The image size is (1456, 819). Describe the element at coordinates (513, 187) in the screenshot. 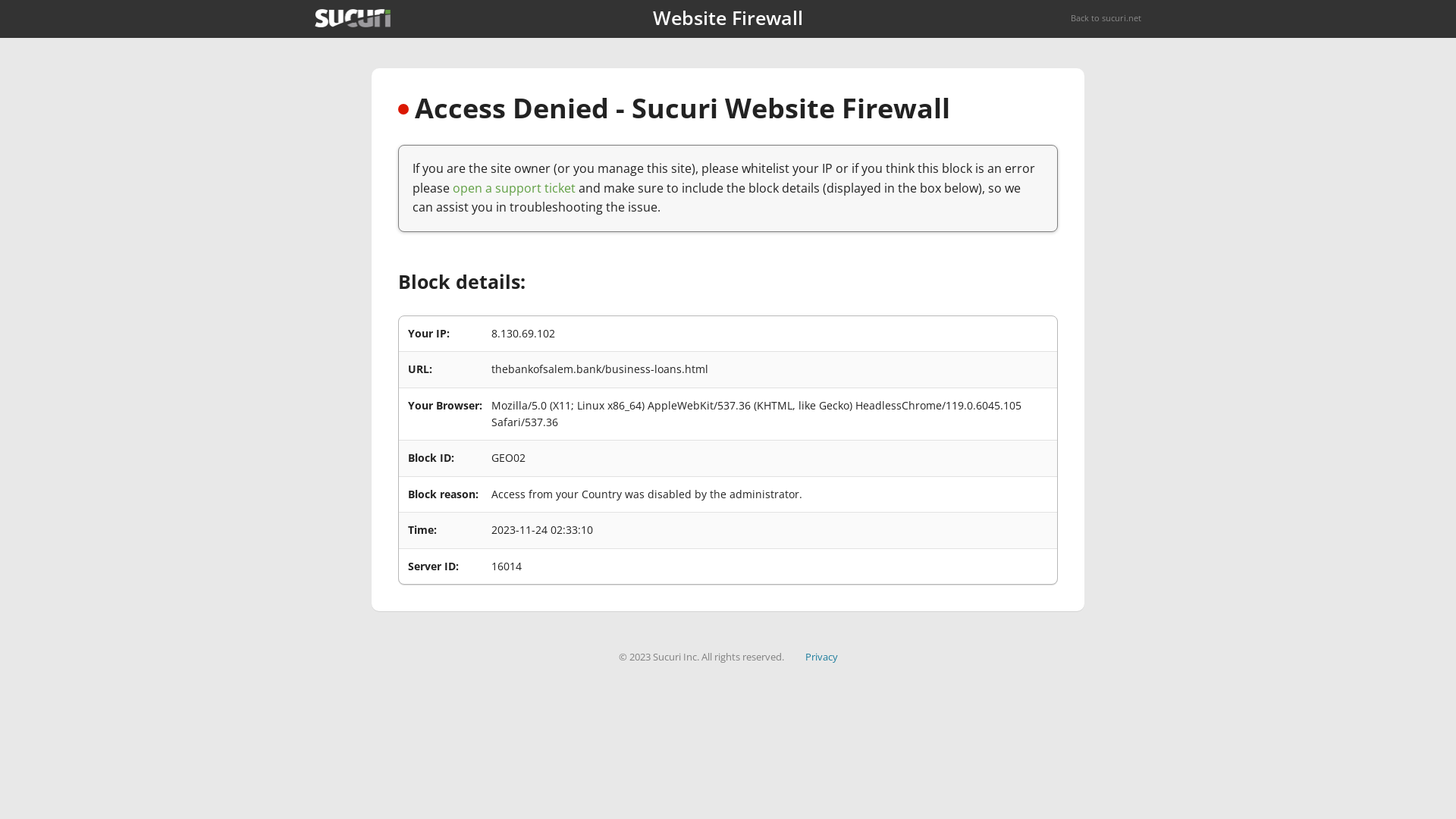

I see `'open a support ticket'` at that location.